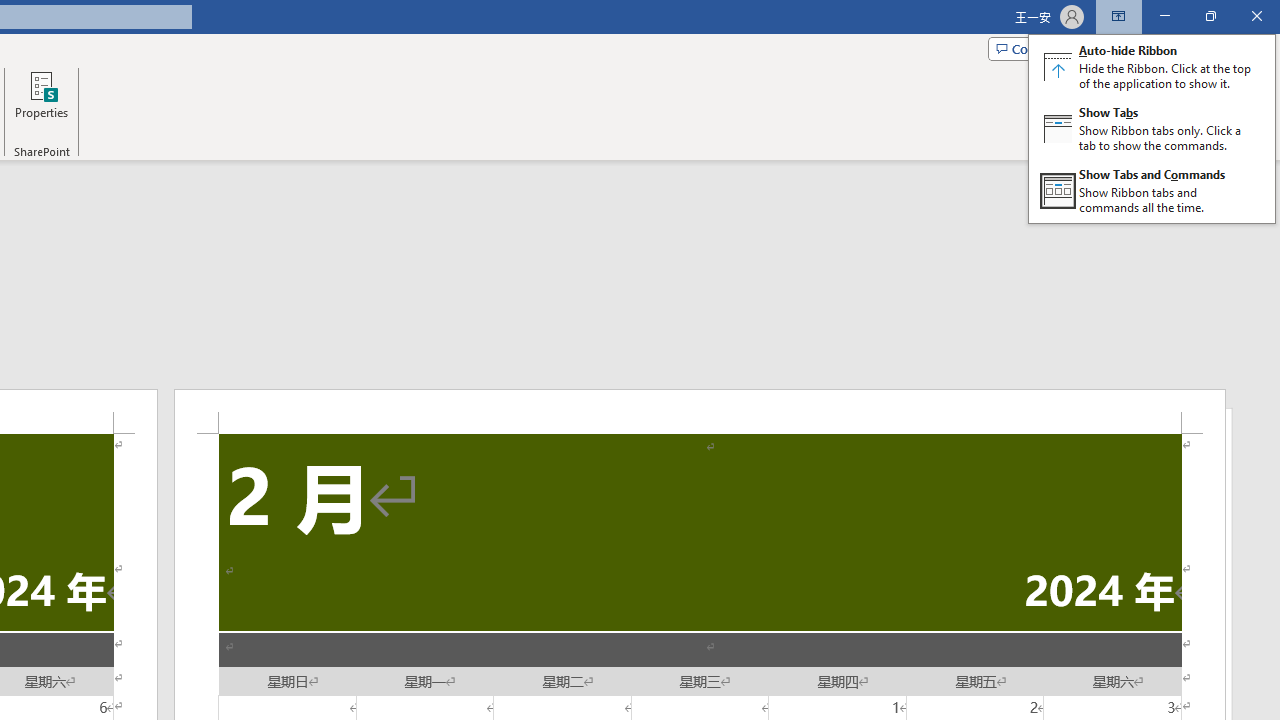 This screenshot has width=1280, height=720. I want to click on 'Ribbon Display Options', so click(1117, 16).